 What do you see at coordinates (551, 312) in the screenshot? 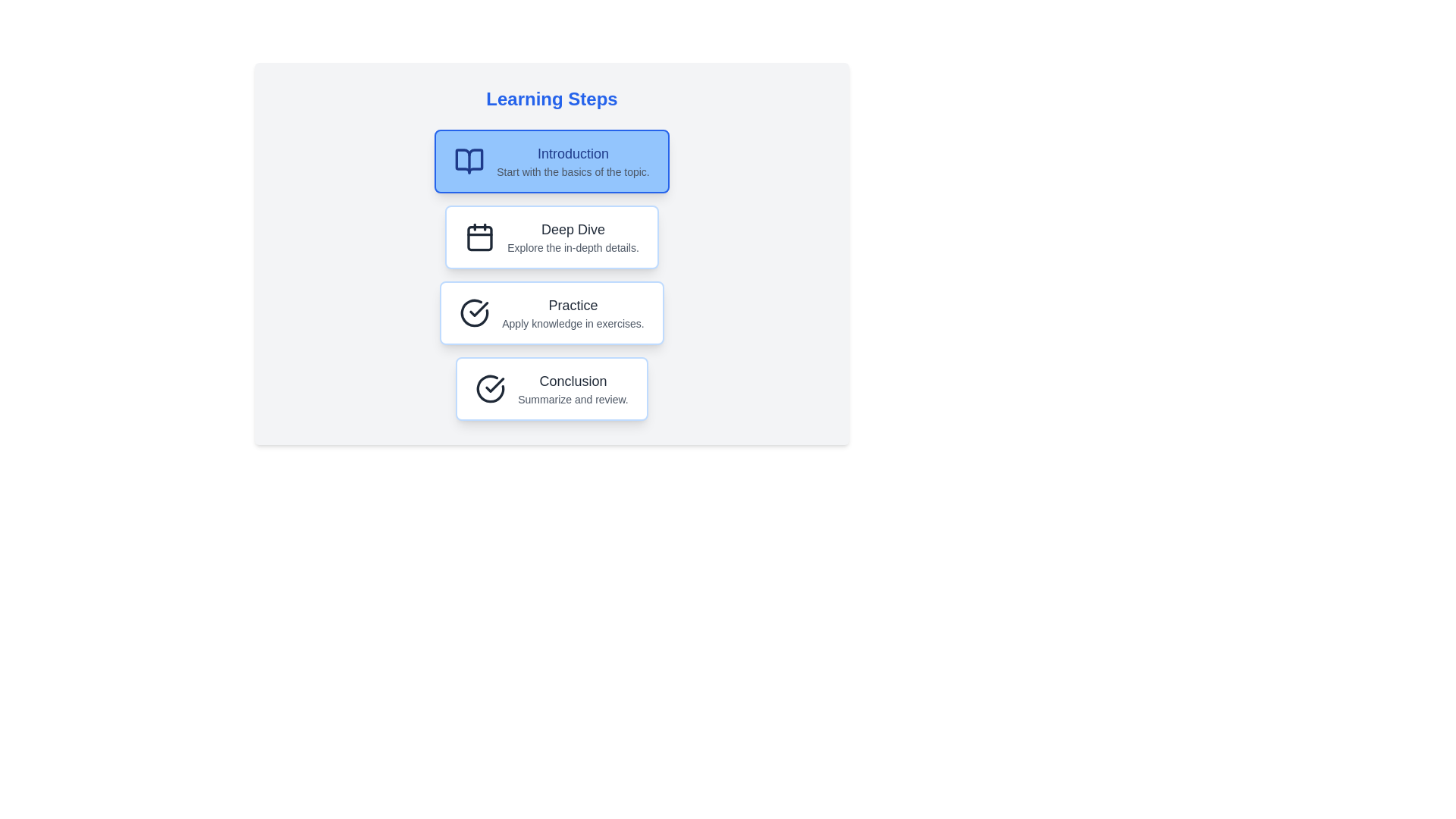
I see `the clickable instructional step labeled 'Practice' to receive additional UI feedback. This element is located in the third item block of the 'Learning Steps' section, positioned below the 'Deep Dive' block and above the 'Conclusion' block` at bounding box center [551, 312].